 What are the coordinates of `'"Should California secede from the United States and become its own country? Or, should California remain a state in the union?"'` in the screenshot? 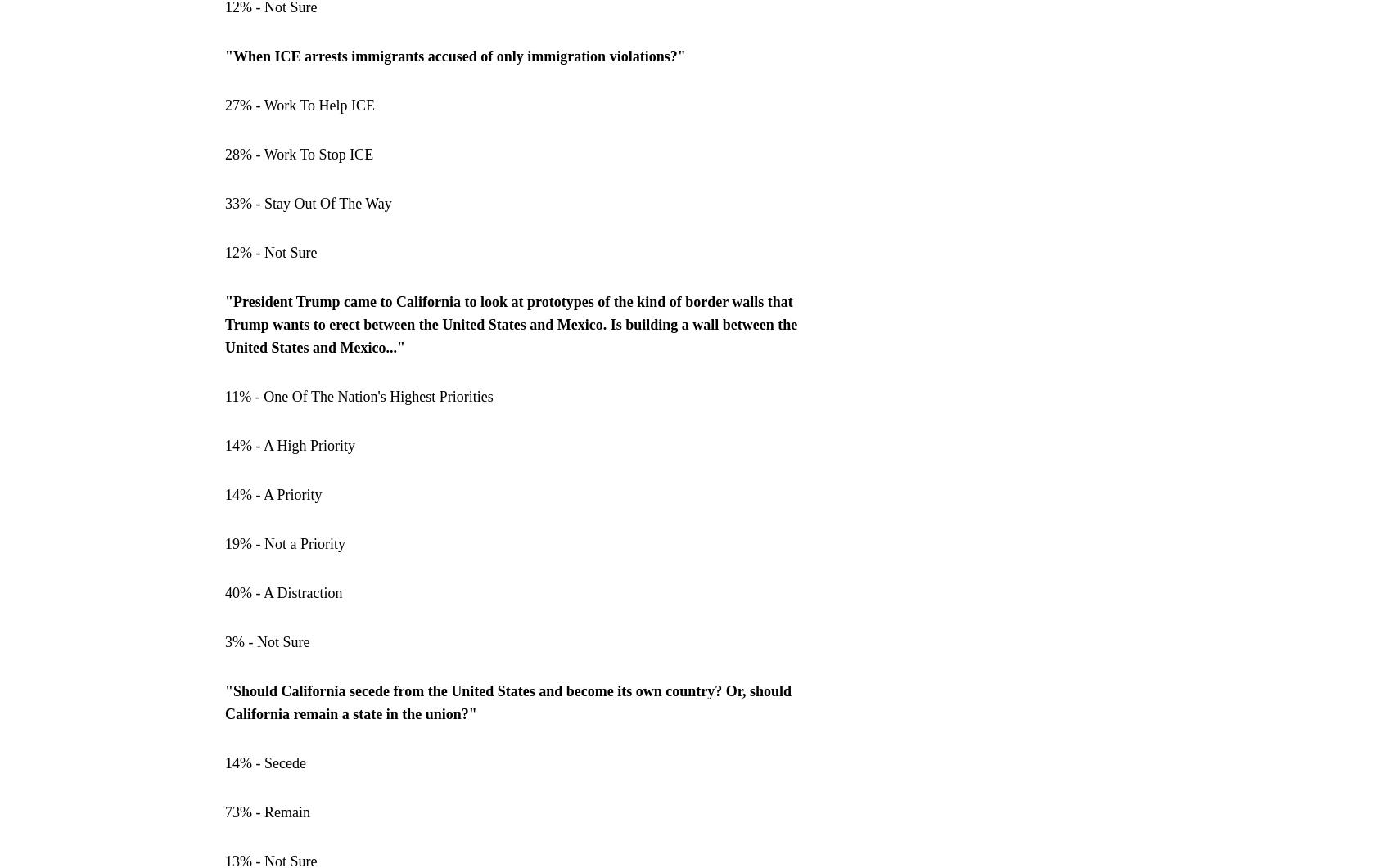 It's located at (507, 702).